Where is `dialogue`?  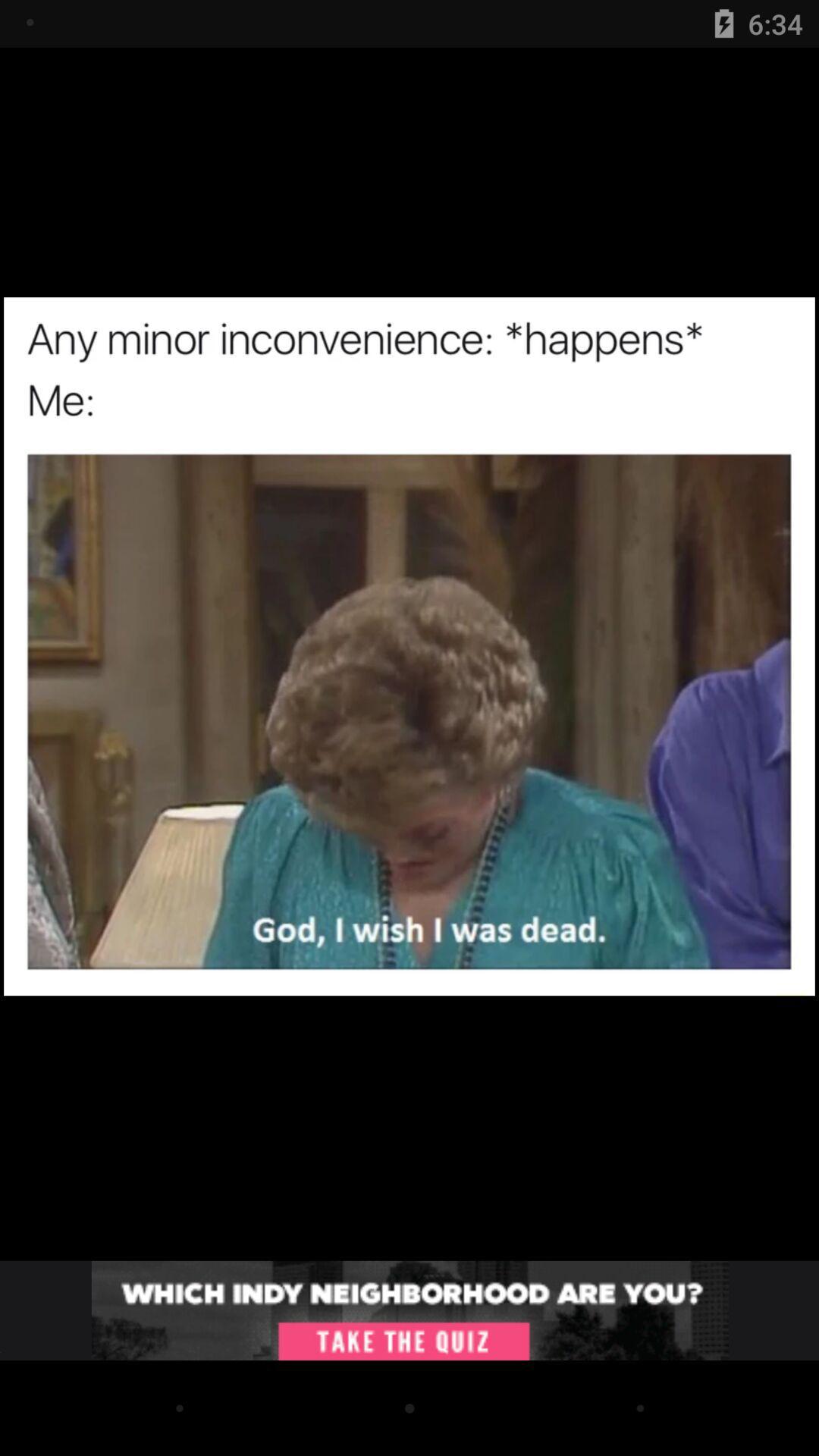 dialogue is located at coordinates (409, 1310).